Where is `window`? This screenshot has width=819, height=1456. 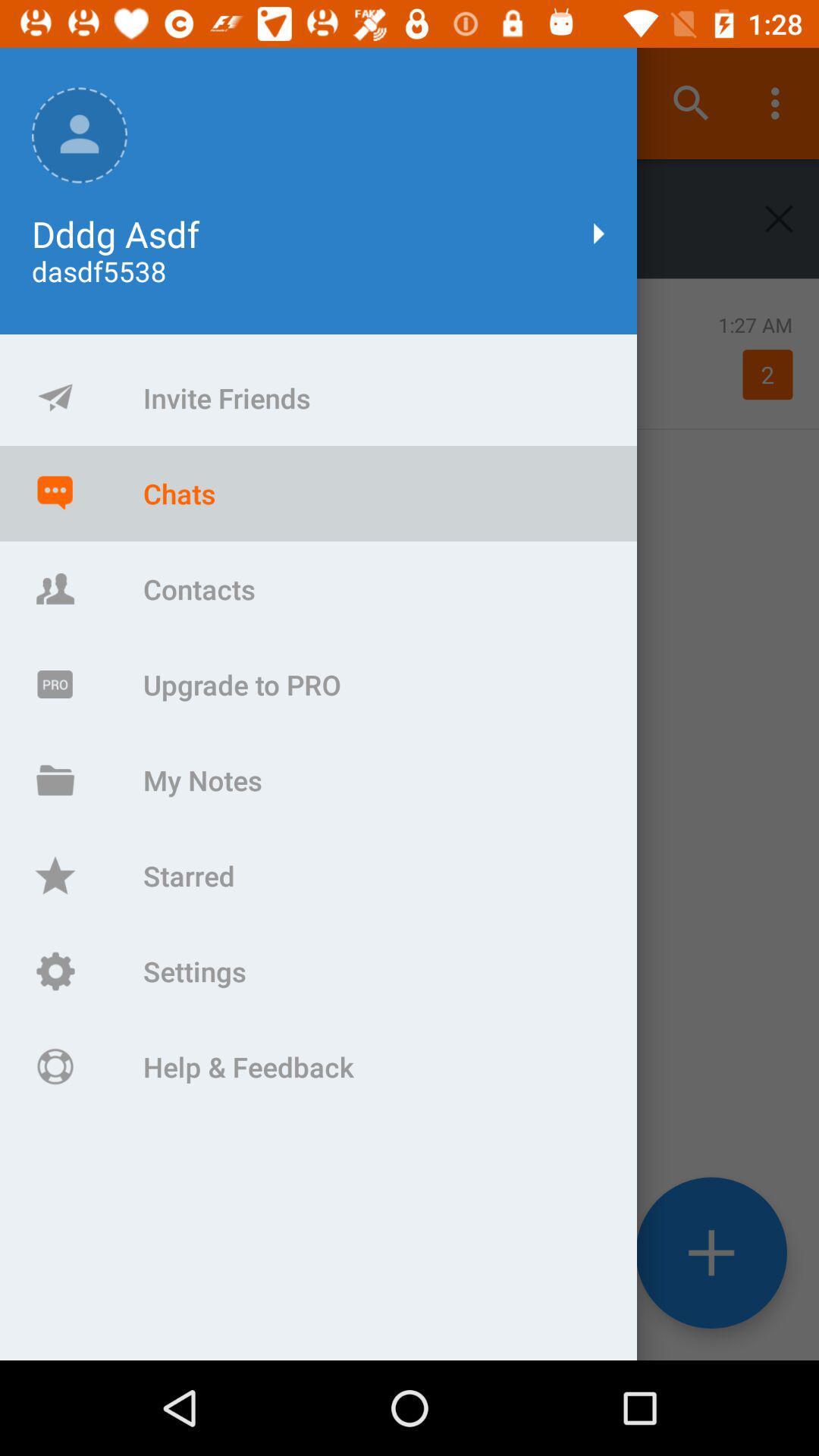 window is located at coordinates (779, 218).